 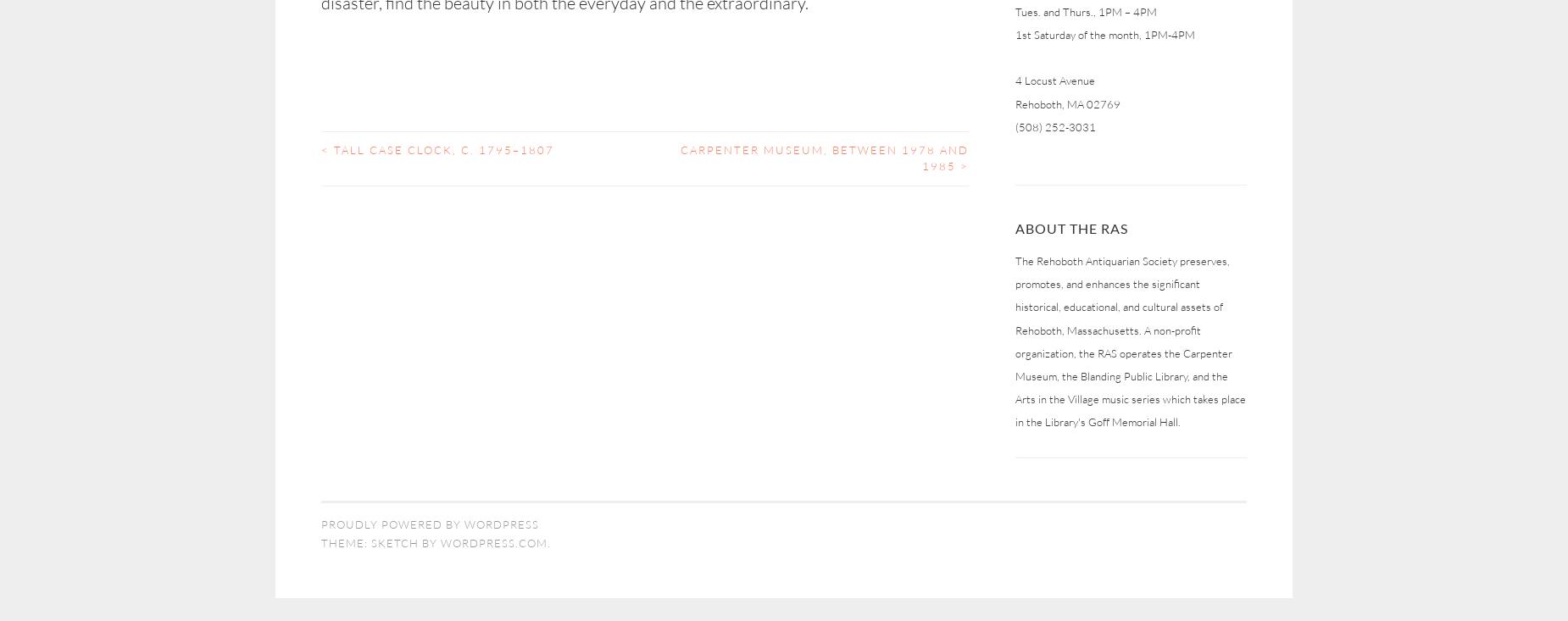 What do you see at coordinates (380, 541) in the screenshot?
I see `'Theme: Sketch by'` at bounding box center [380, 541].